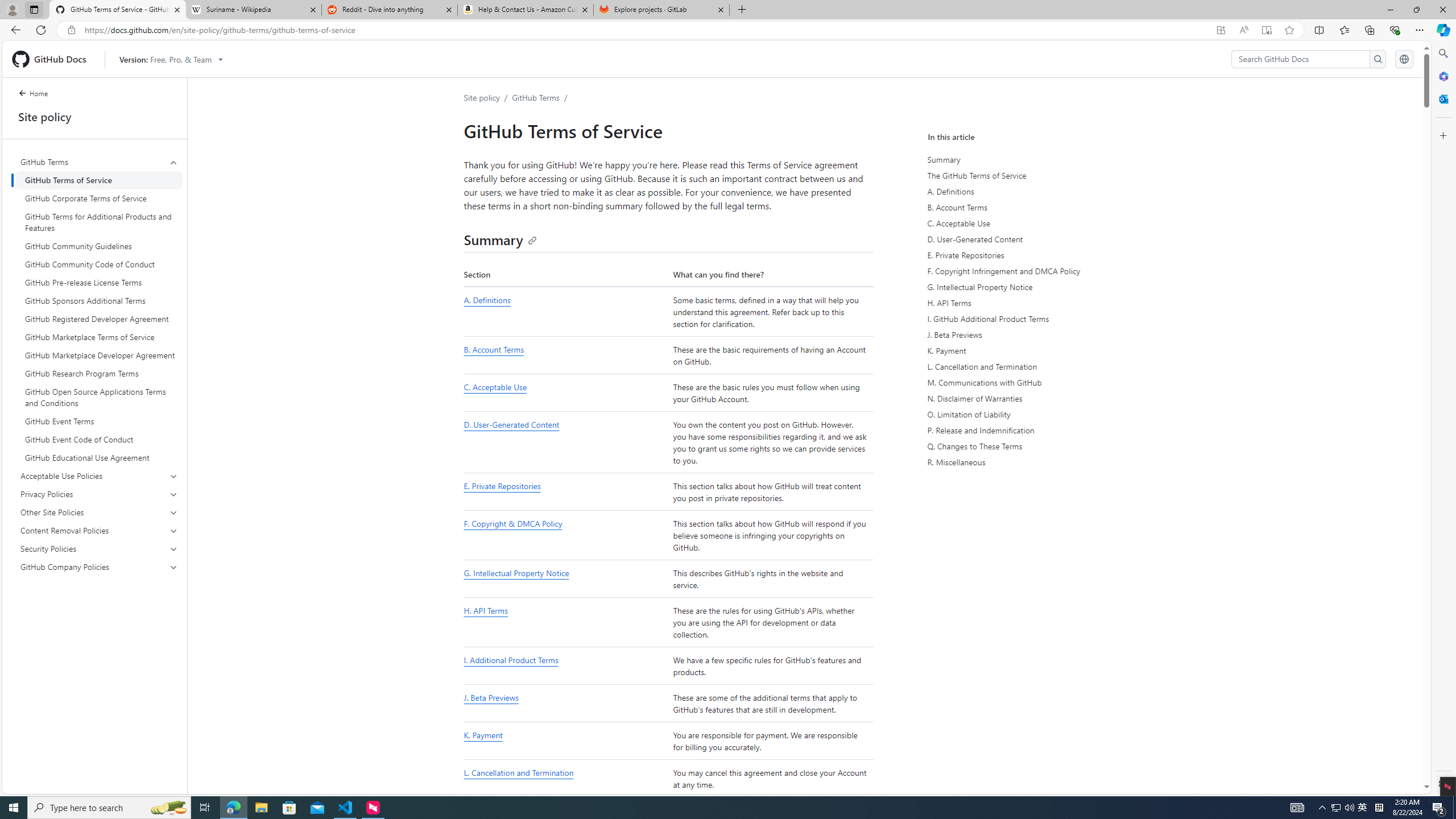 The image size is (1456, 819). Describe the element at coordinates (481, 97) in the screenshot. I see `'Site policy'` at that location.